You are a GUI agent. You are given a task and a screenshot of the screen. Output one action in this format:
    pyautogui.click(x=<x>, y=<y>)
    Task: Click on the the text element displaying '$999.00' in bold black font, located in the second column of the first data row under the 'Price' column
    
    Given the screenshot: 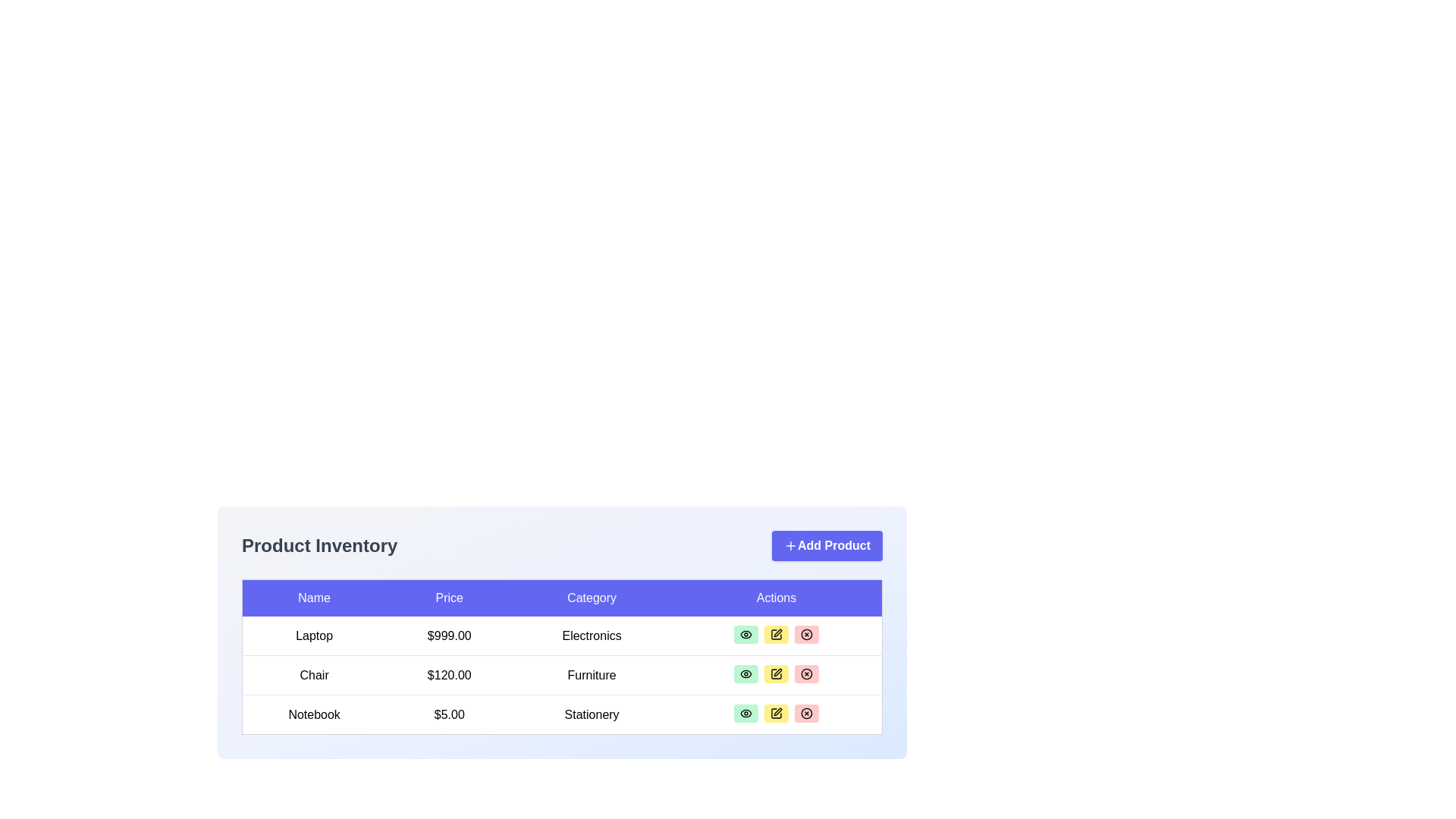 What is the action you would take?
    pyautogui.click(x=448, y=635)
    